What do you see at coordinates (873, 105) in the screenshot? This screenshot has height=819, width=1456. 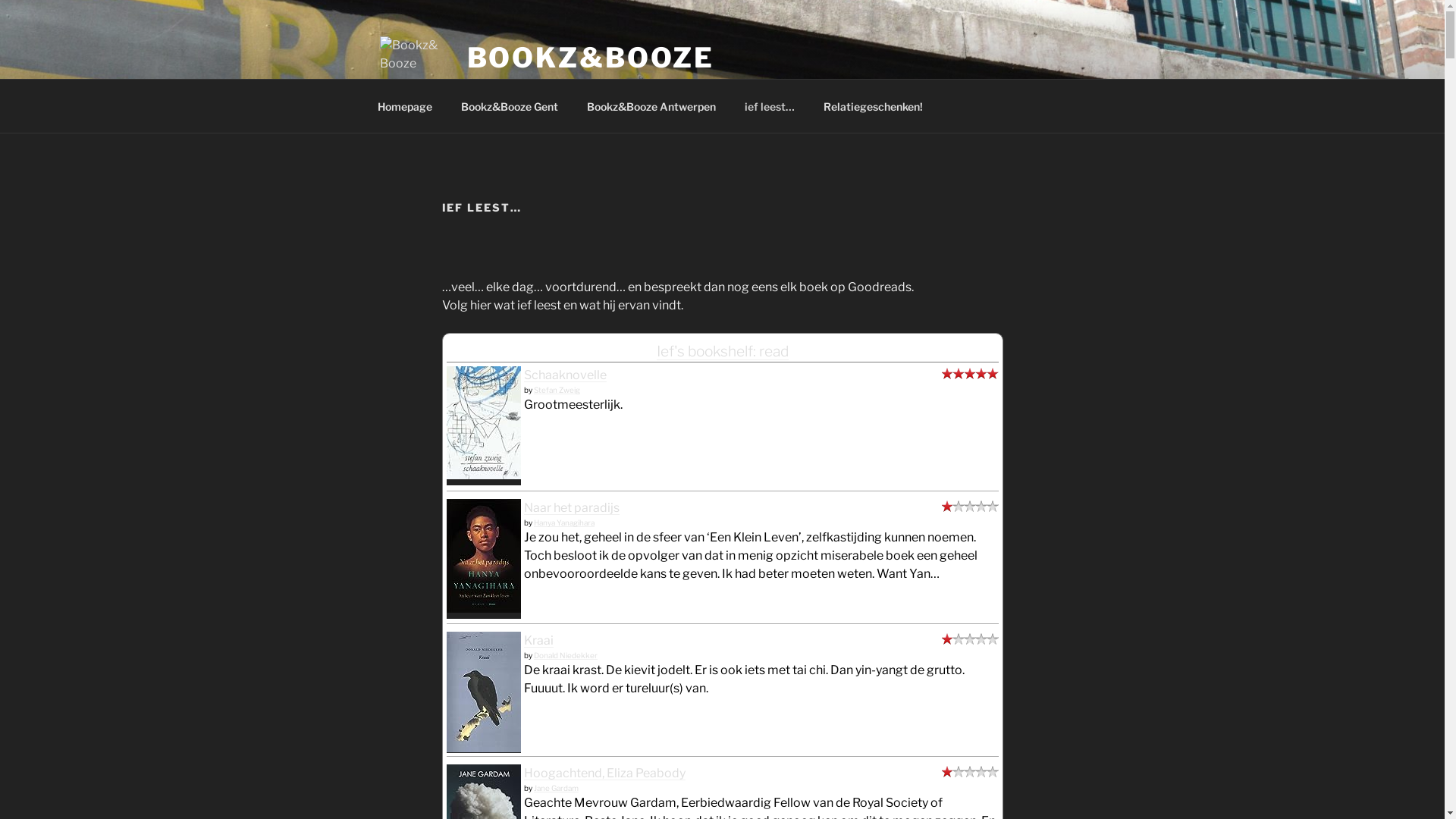 I see `'Relatiegeschenken!'` at bounding box center [873, 105].